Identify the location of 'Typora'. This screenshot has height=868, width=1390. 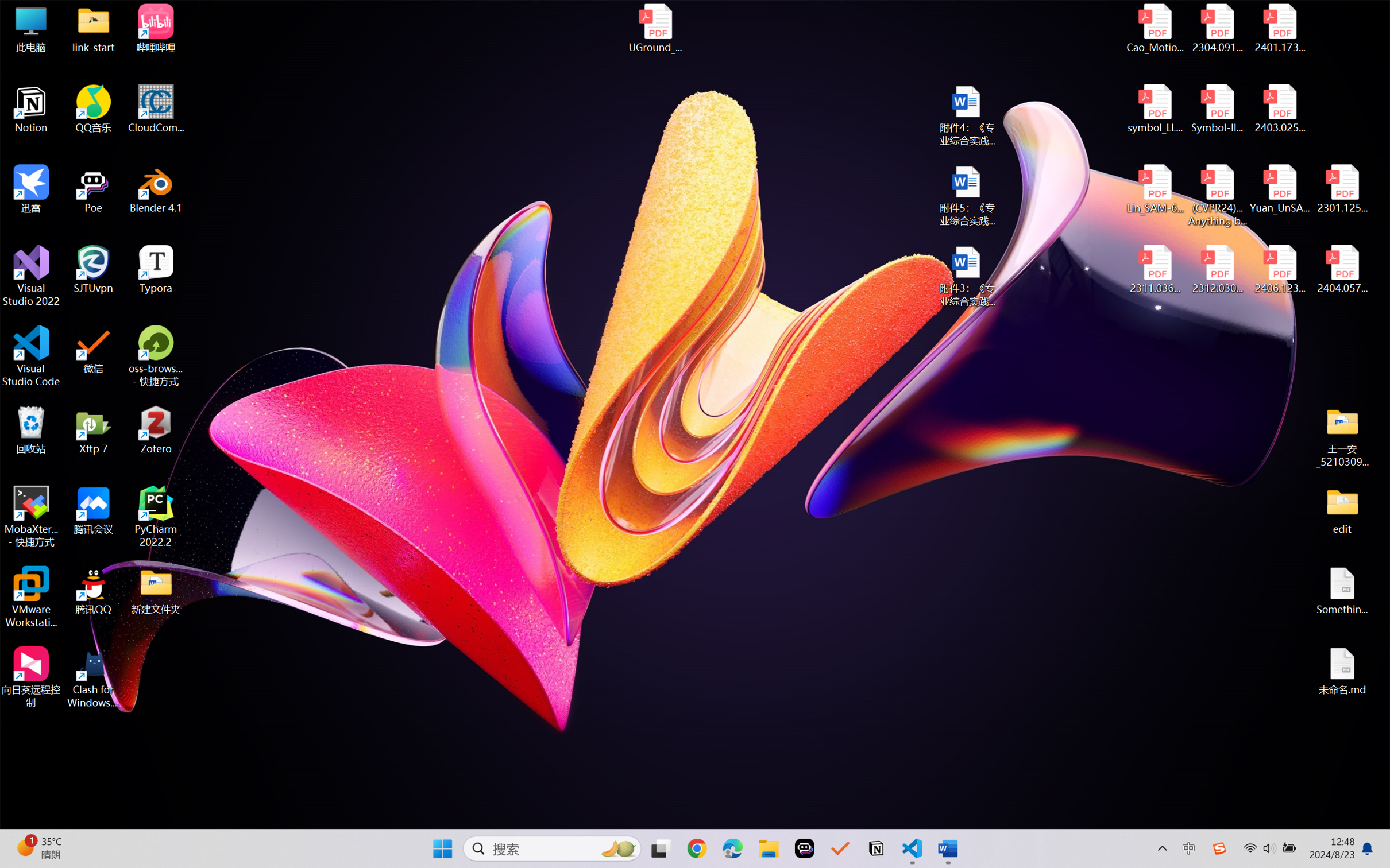
(156, 269).